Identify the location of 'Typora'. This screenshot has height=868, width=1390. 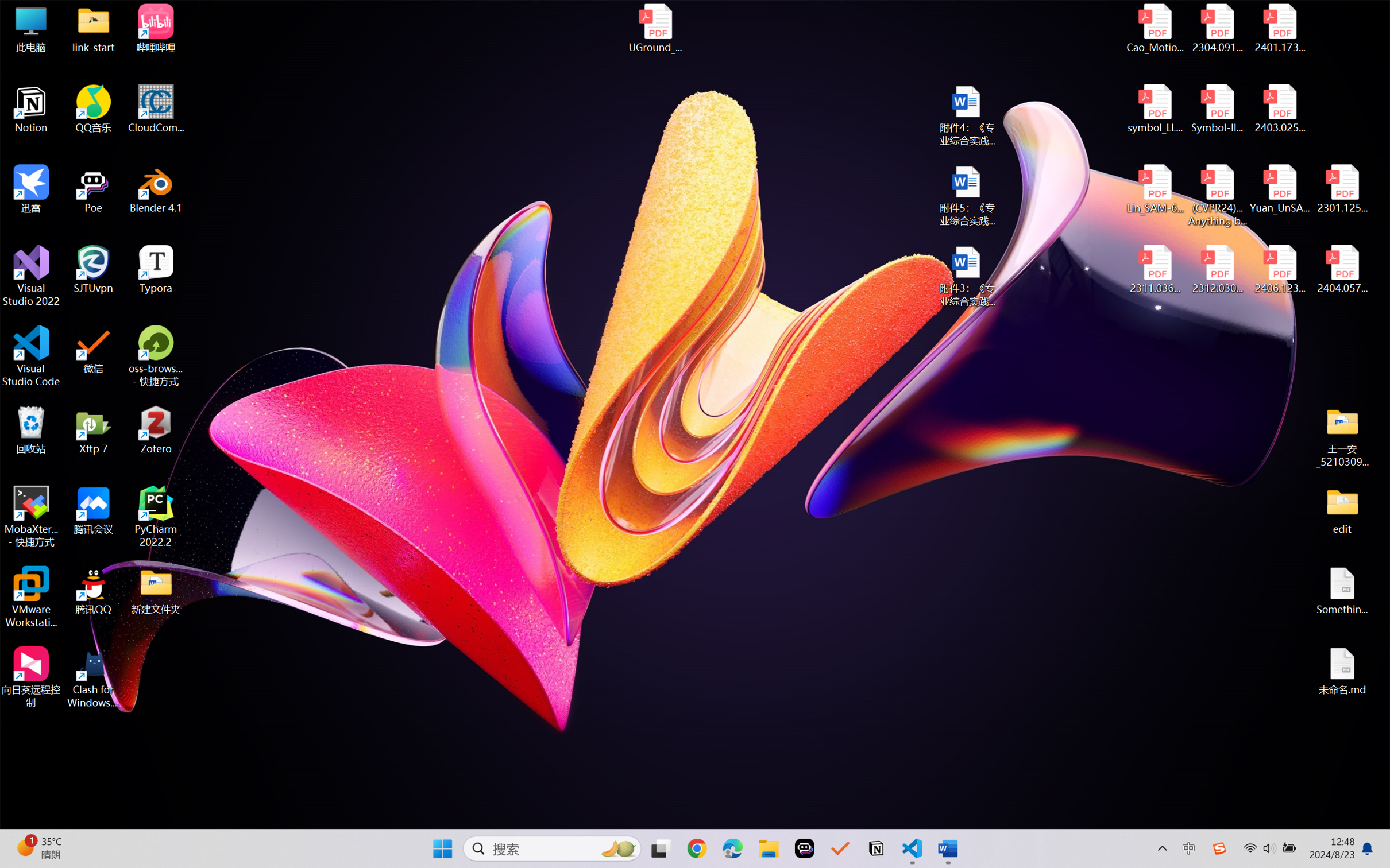
(156, 269).